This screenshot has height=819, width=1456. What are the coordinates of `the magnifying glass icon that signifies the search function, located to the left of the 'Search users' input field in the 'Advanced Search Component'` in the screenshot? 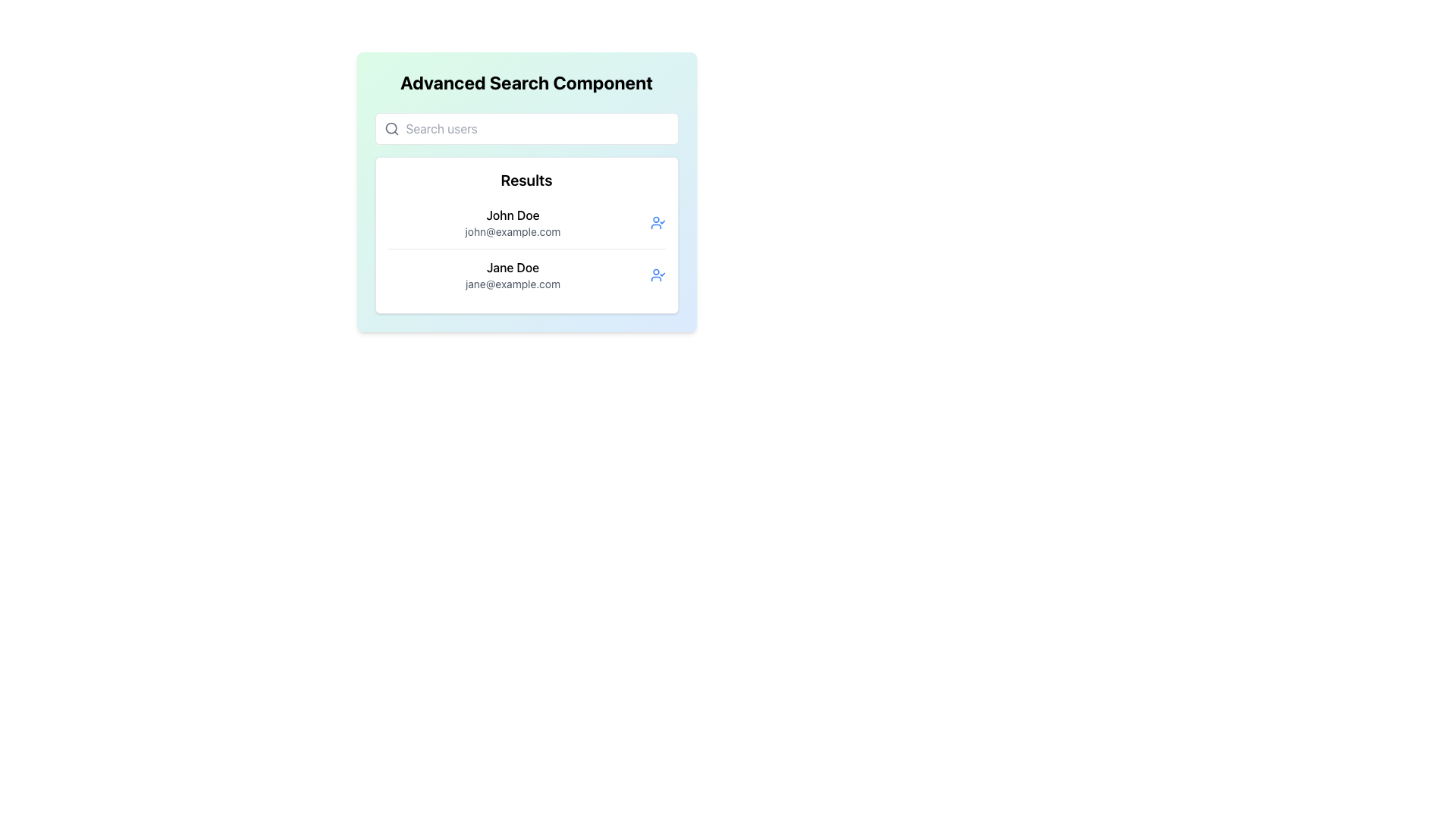 It's located at (391, 127).